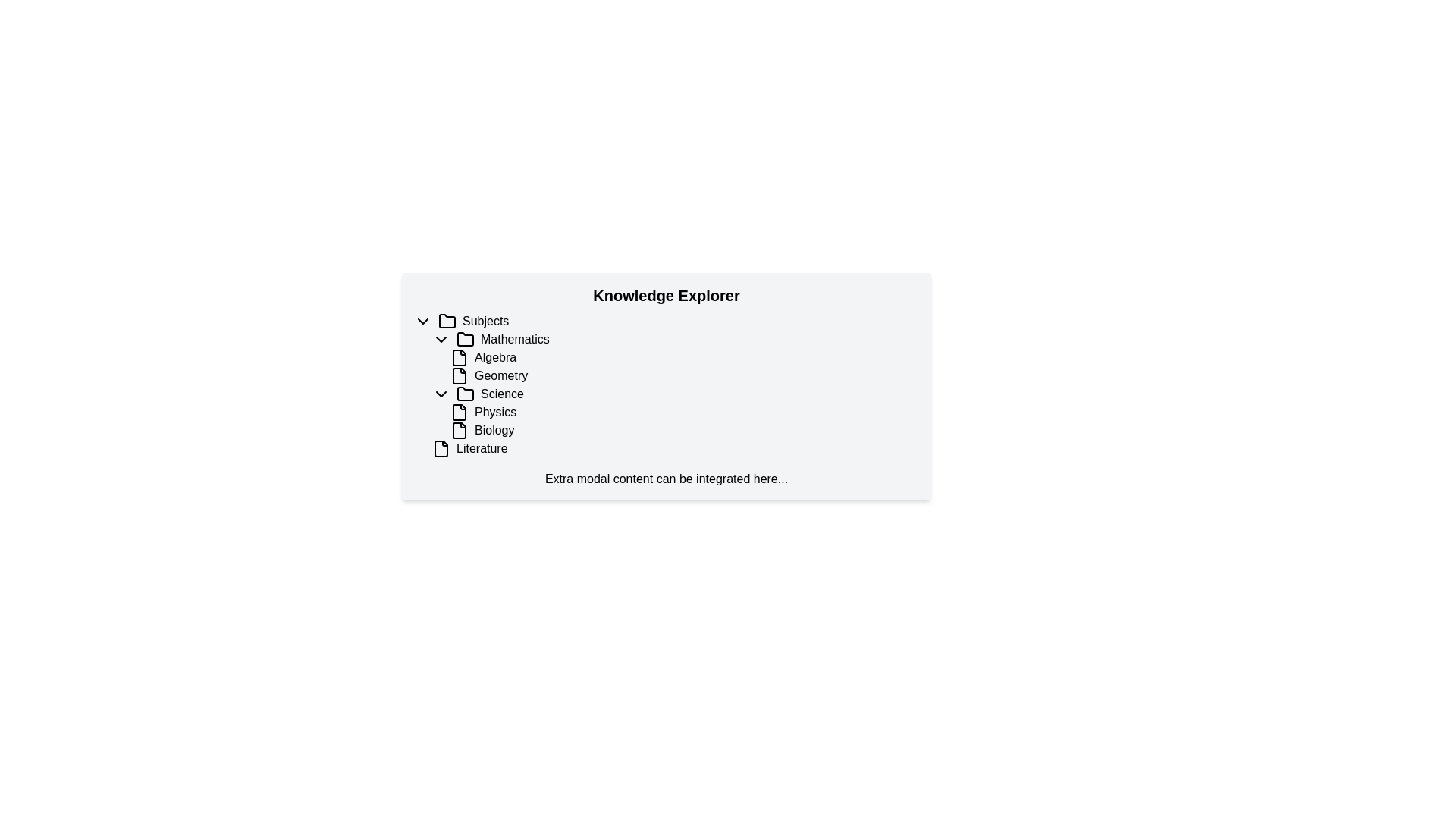  I want to click on the downward-pointing chevron icon located to the left of the text 'Science', so click(440, 394).